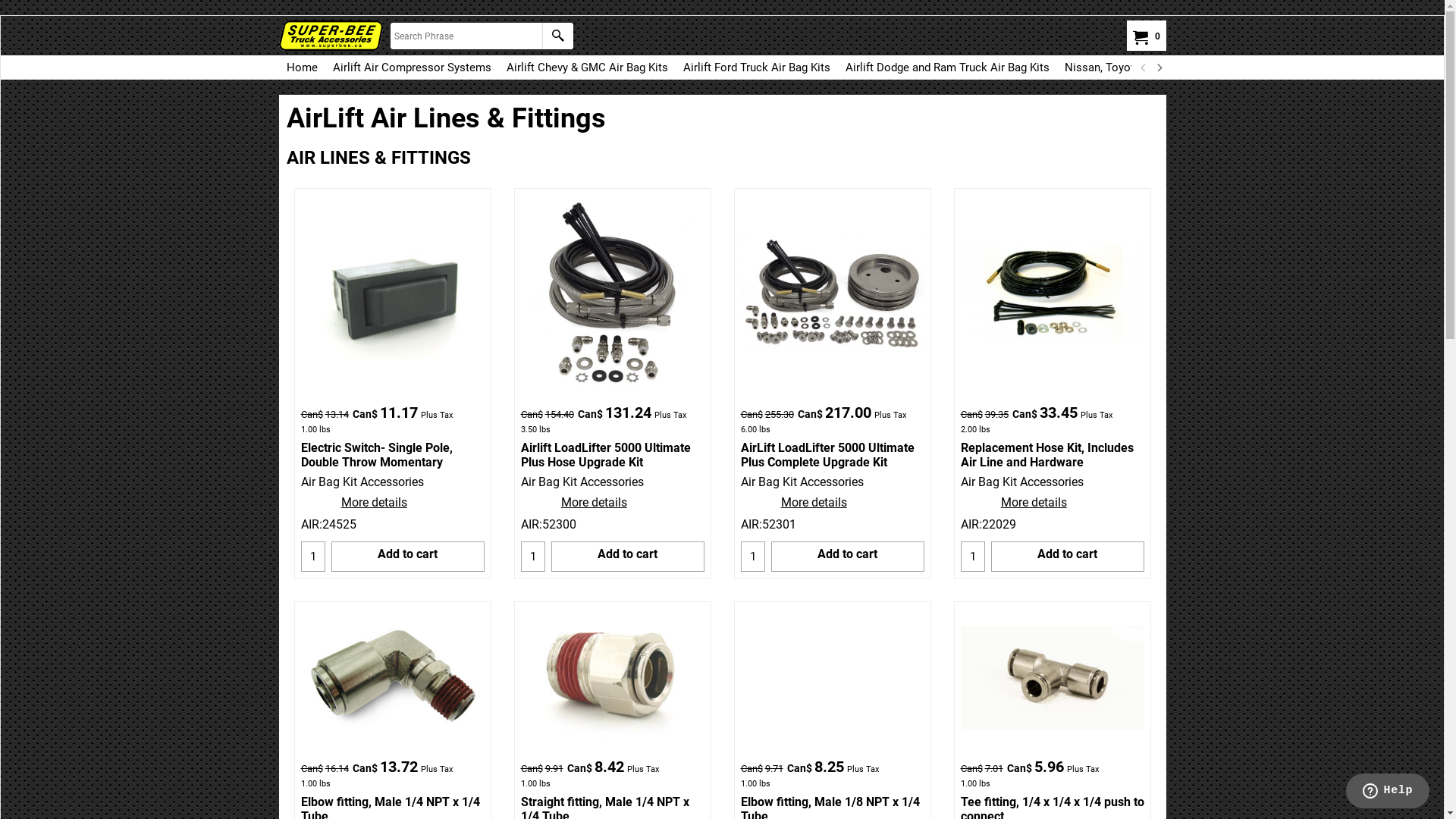 The image size is (1456, 819). I want to click on 'Airlift Air Compressor Systems', so click(411, 66).